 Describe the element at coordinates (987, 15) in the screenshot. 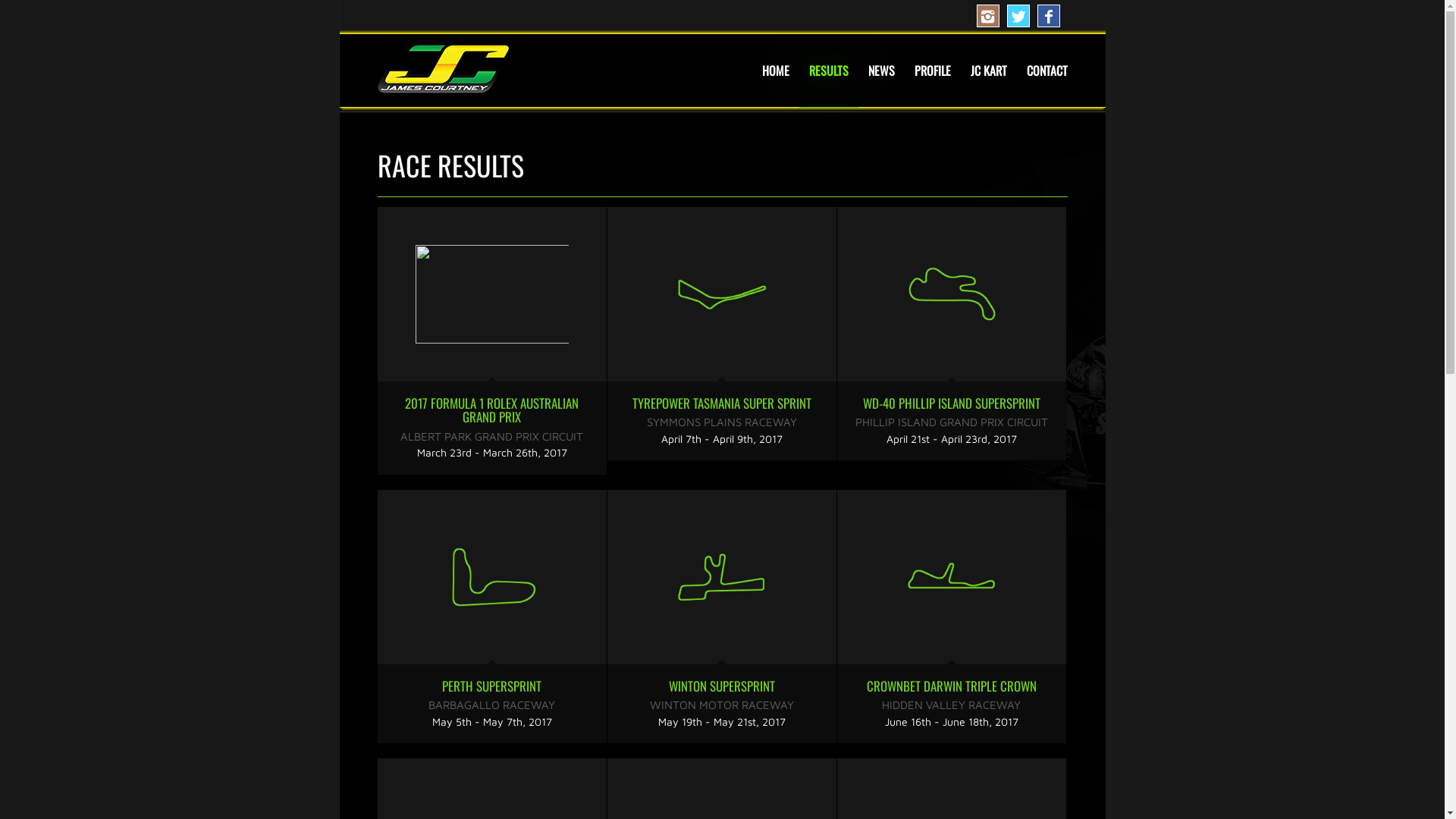

I see `'Instagram'` at that location.